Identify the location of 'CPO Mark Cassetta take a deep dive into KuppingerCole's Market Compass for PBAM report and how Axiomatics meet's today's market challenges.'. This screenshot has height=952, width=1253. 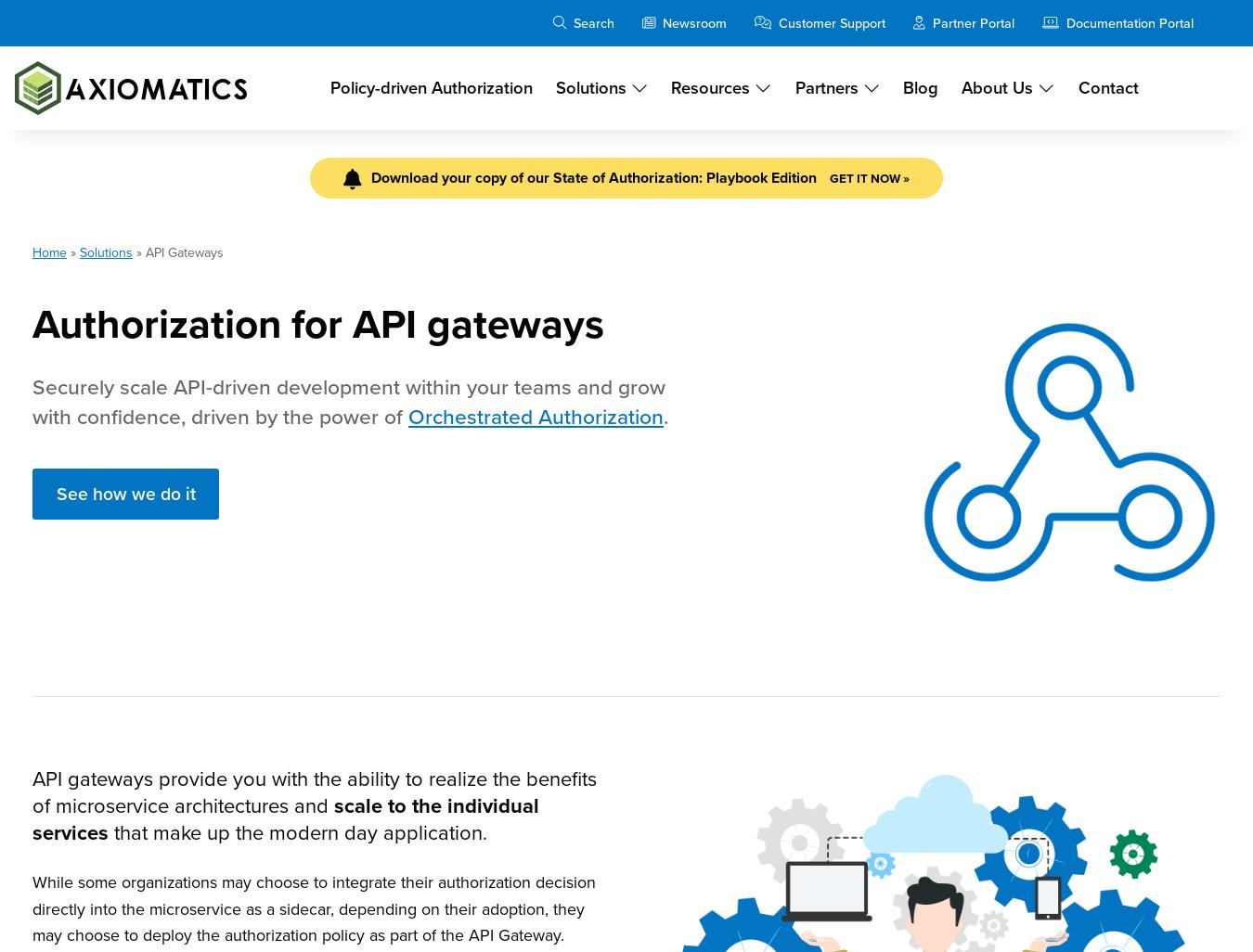
(822, 543).